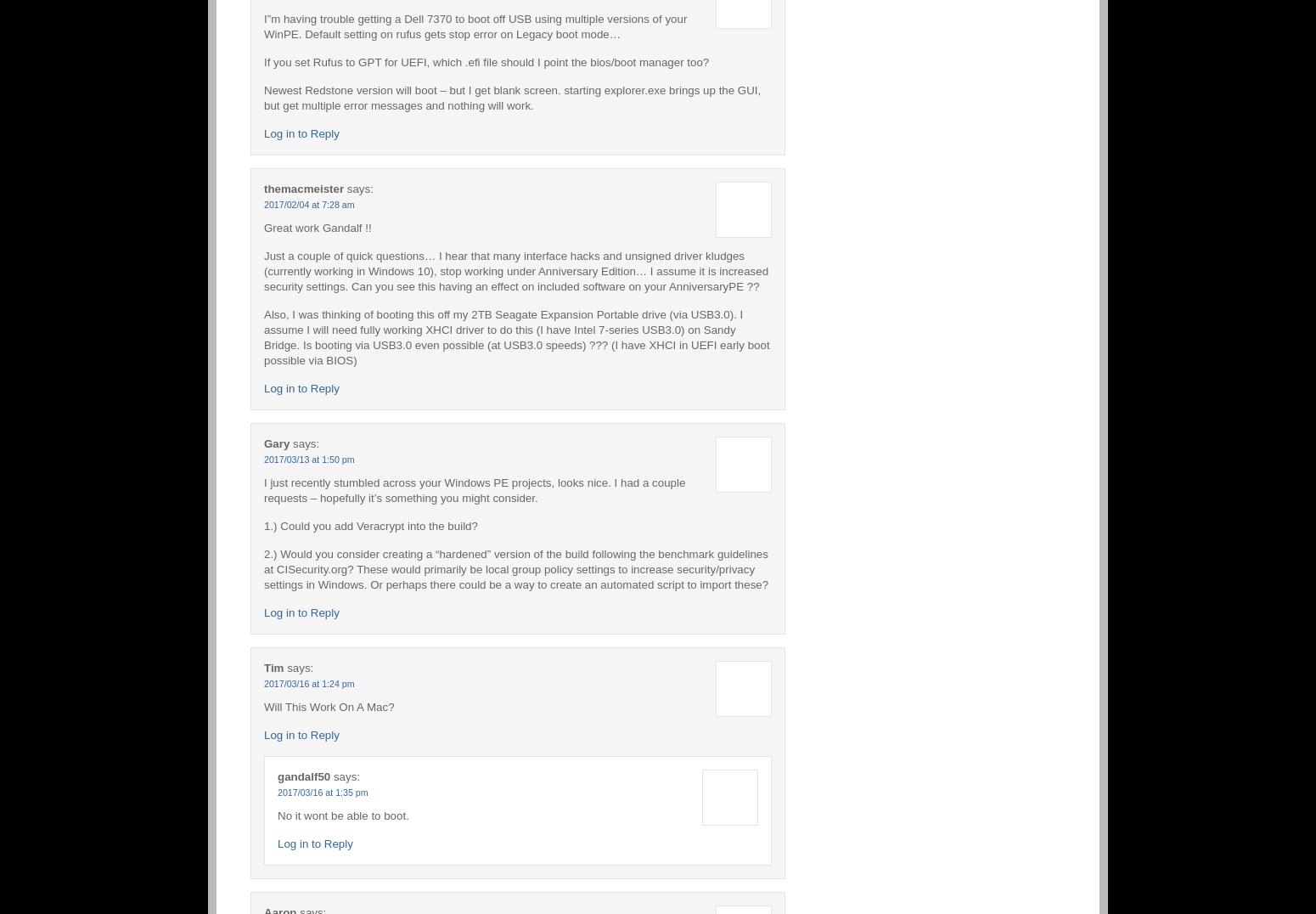 The image size is (1316, 914). Describe the element at coordinates (263, 227) in the screenshot. I see `'Great work Gandalf !!'` at that location.